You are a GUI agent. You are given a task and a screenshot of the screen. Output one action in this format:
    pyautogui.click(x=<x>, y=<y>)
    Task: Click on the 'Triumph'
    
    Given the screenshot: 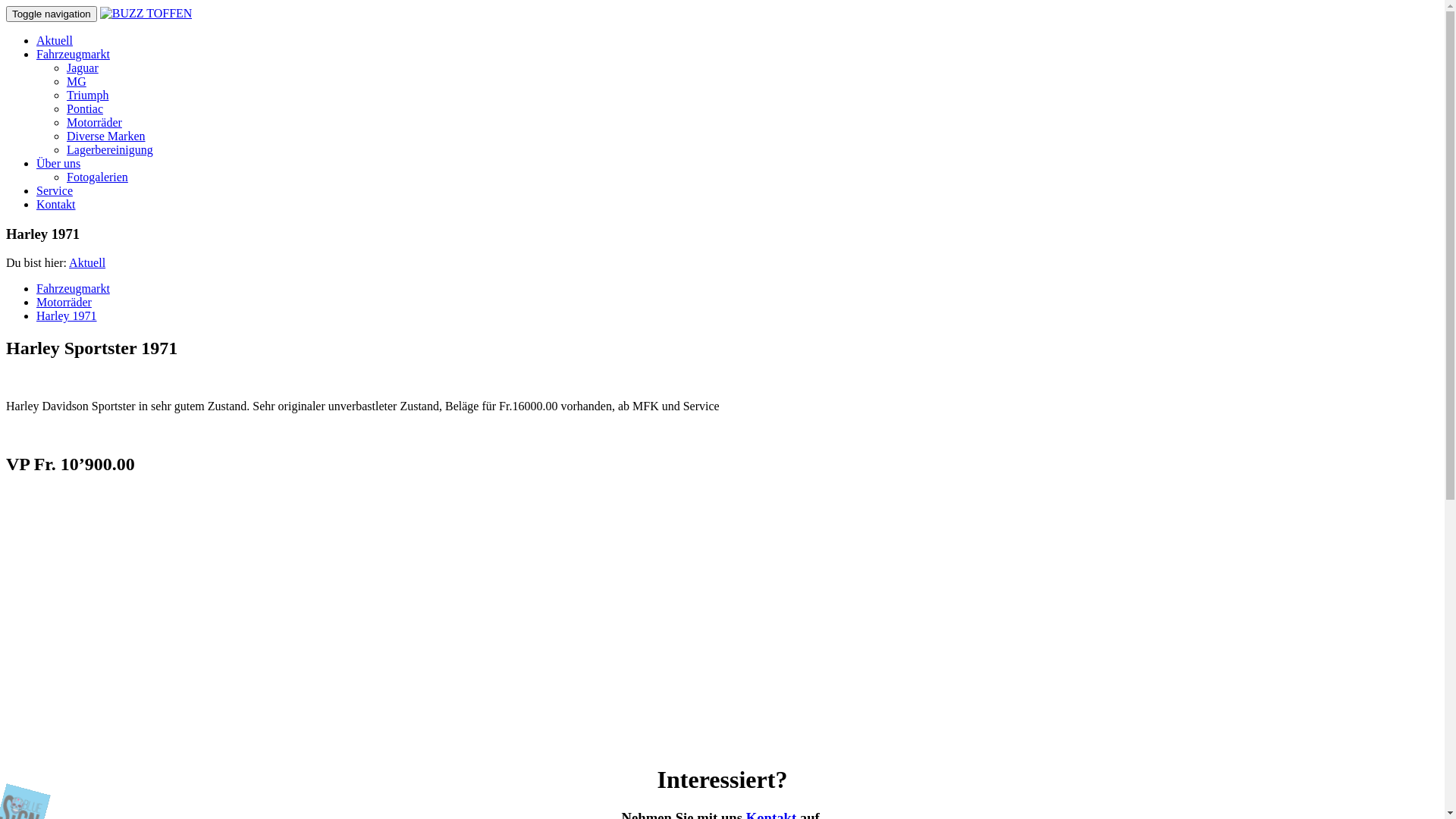 What is the action you would take?
    pyautogui.click(x=65, y=95)
    